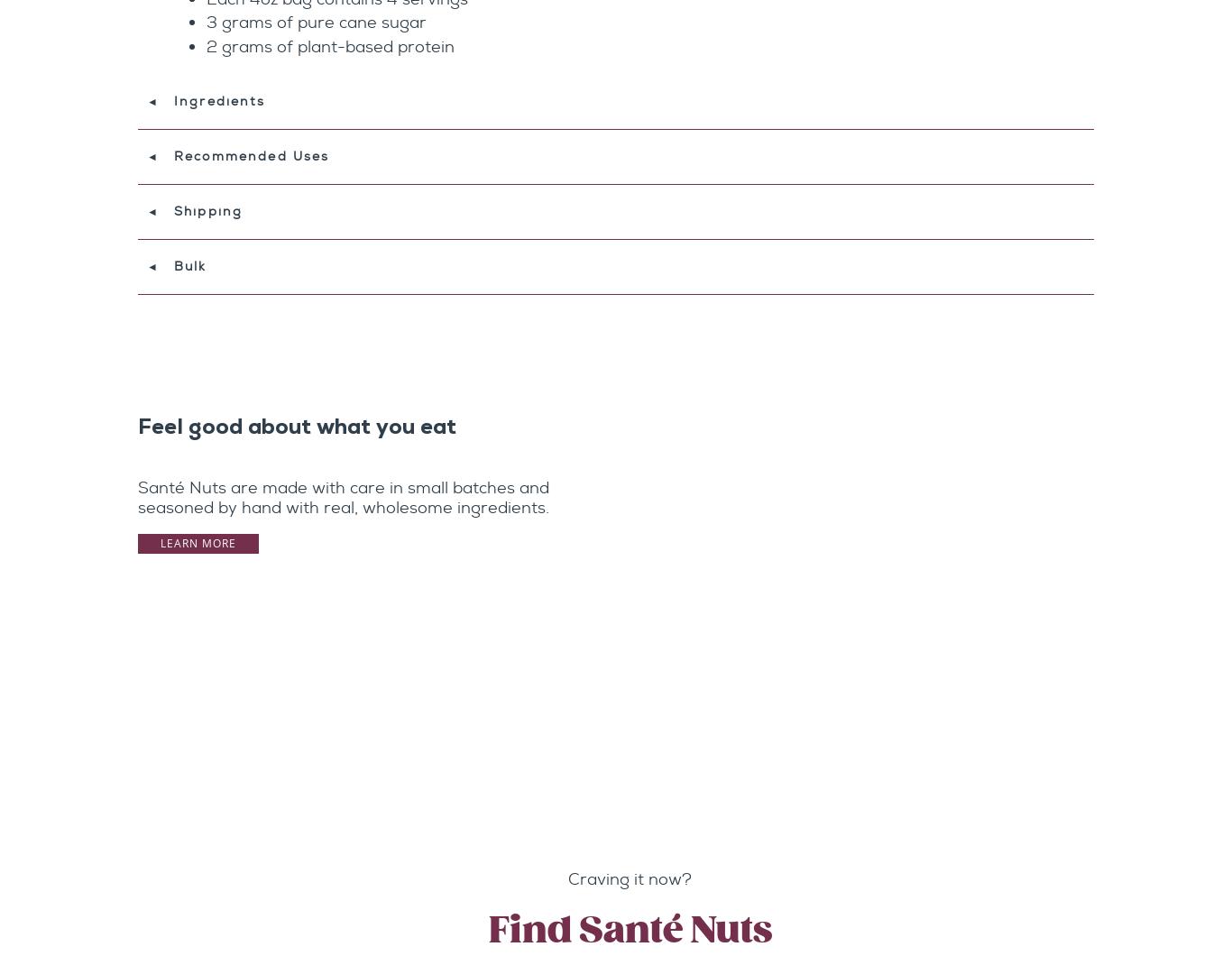  Describe the element at coordinates (316, 22) in the screenshot. I see `'3 grams of pure cane sugar'` at that location.